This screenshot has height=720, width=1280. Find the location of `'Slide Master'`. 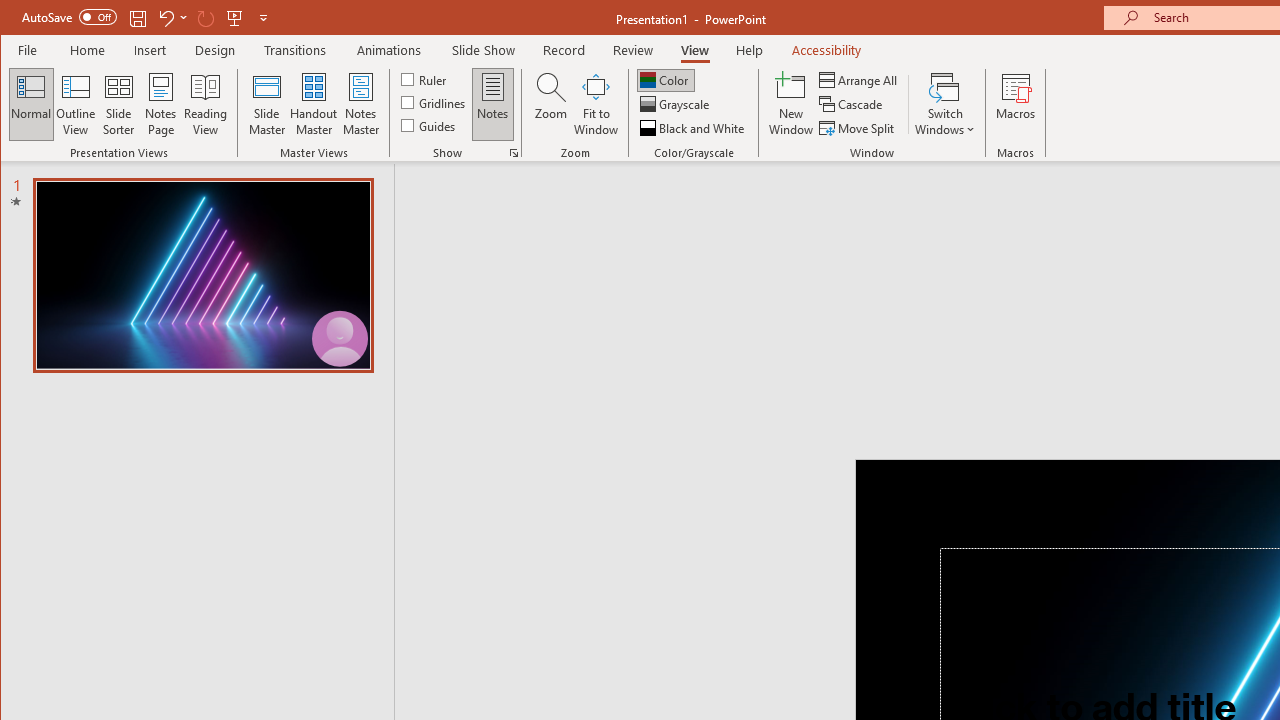

'Slide Master' is located at coordinates (265, 104).